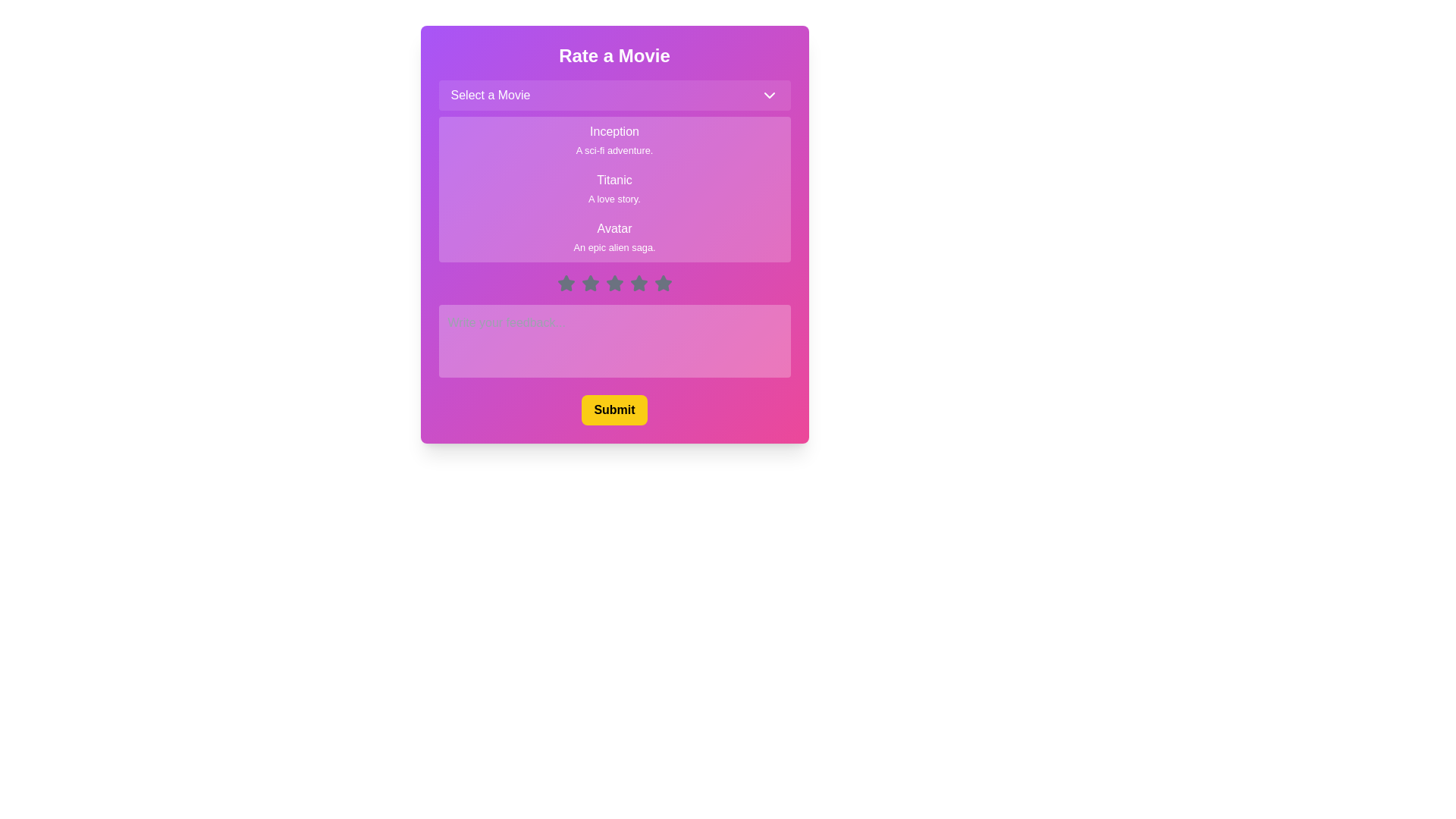 This screenshot has height=819, width=1456. Describe the element at coordinates (614, 55) in the screenshot. I see `the Header text that serves as the heading for the interface, providing context for rating a movie, located at the top of the dialog box` at that location.